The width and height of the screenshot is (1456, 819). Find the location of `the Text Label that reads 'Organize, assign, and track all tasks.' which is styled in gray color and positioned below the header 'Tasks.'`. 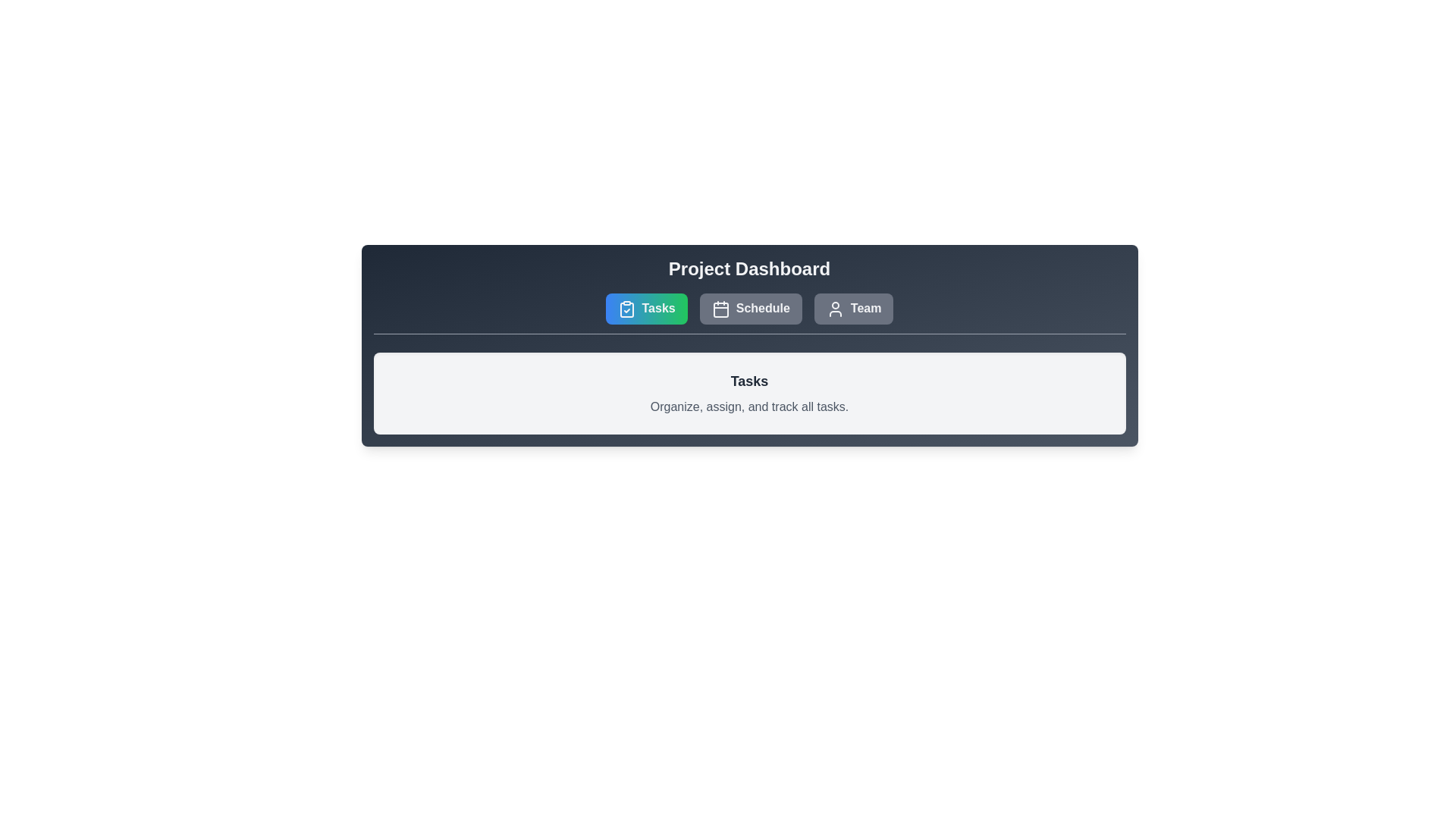

the Text Label that reads 'Organize, assign, and track all tasks.' which is styled in gray color and positioned below the header 'Tasks.' is located at coordinates (749, 406).